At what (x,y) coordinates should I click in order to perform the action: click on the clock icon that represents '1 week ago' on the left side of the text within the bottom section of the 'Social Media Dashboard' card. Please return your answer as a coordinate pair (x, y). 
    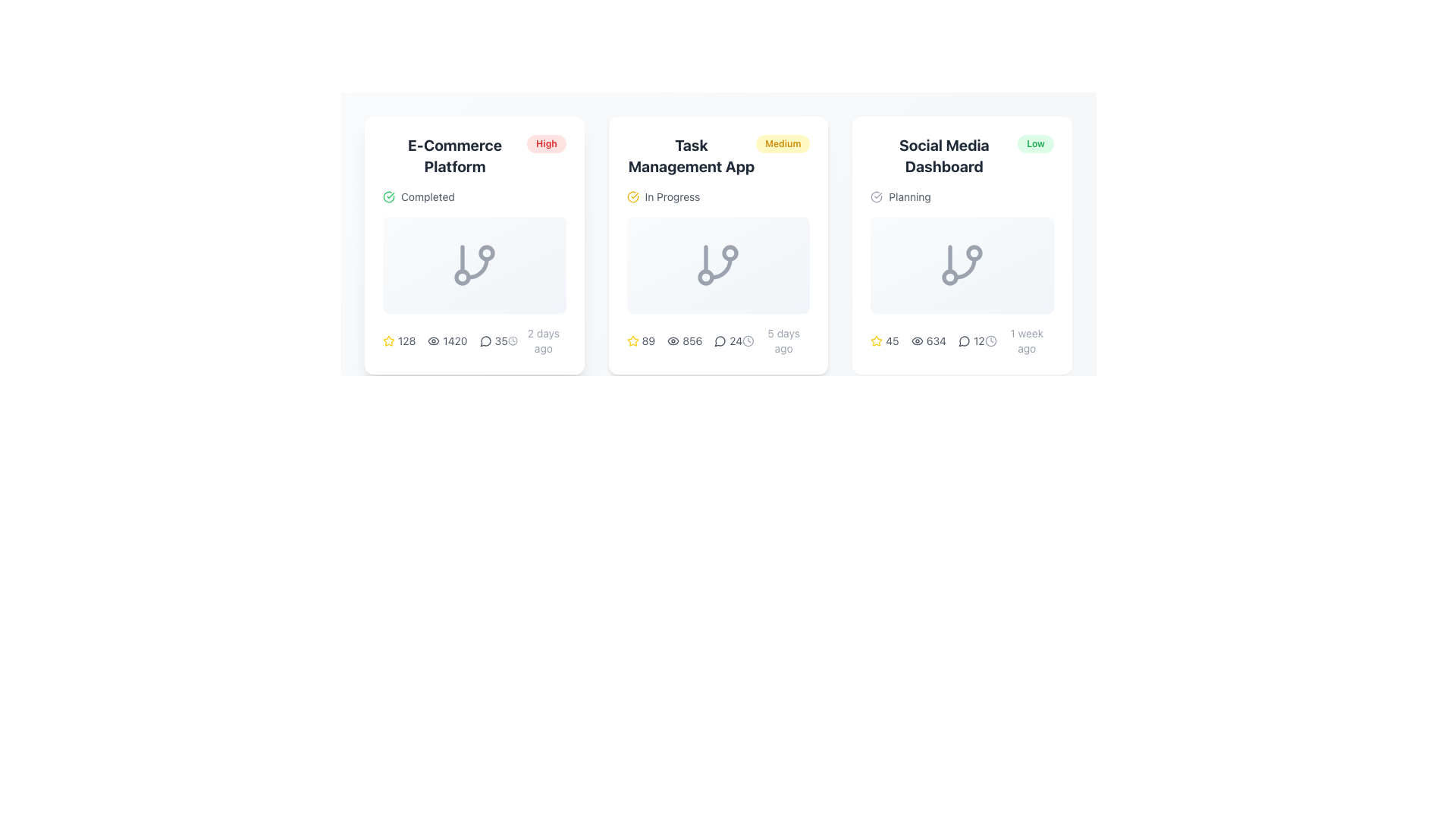
    Looking at the image, I should click on (990, 341).